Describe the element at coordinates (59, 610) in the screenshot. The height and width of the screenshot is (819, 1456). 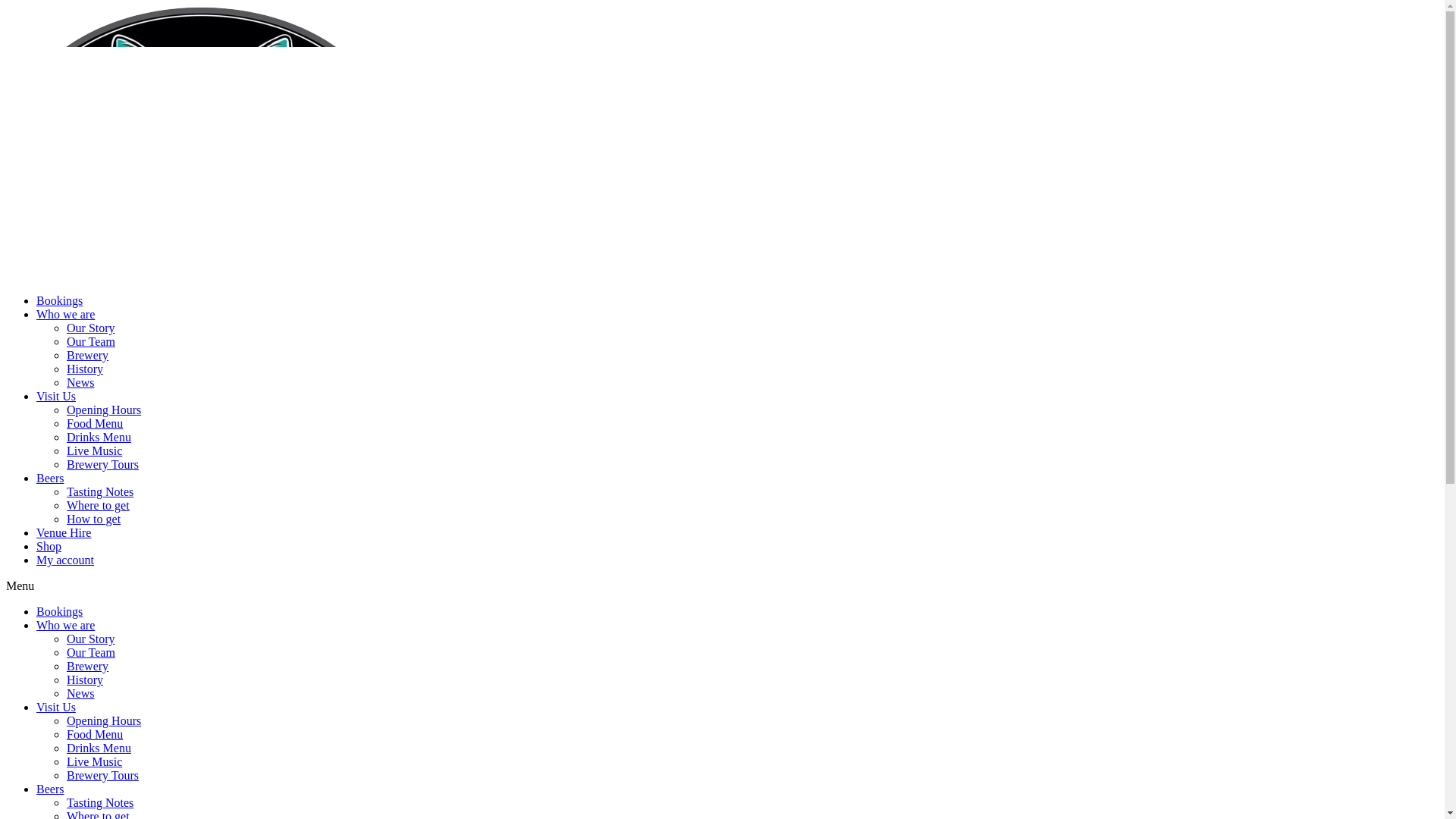
I see `'Bookings'` at that location.